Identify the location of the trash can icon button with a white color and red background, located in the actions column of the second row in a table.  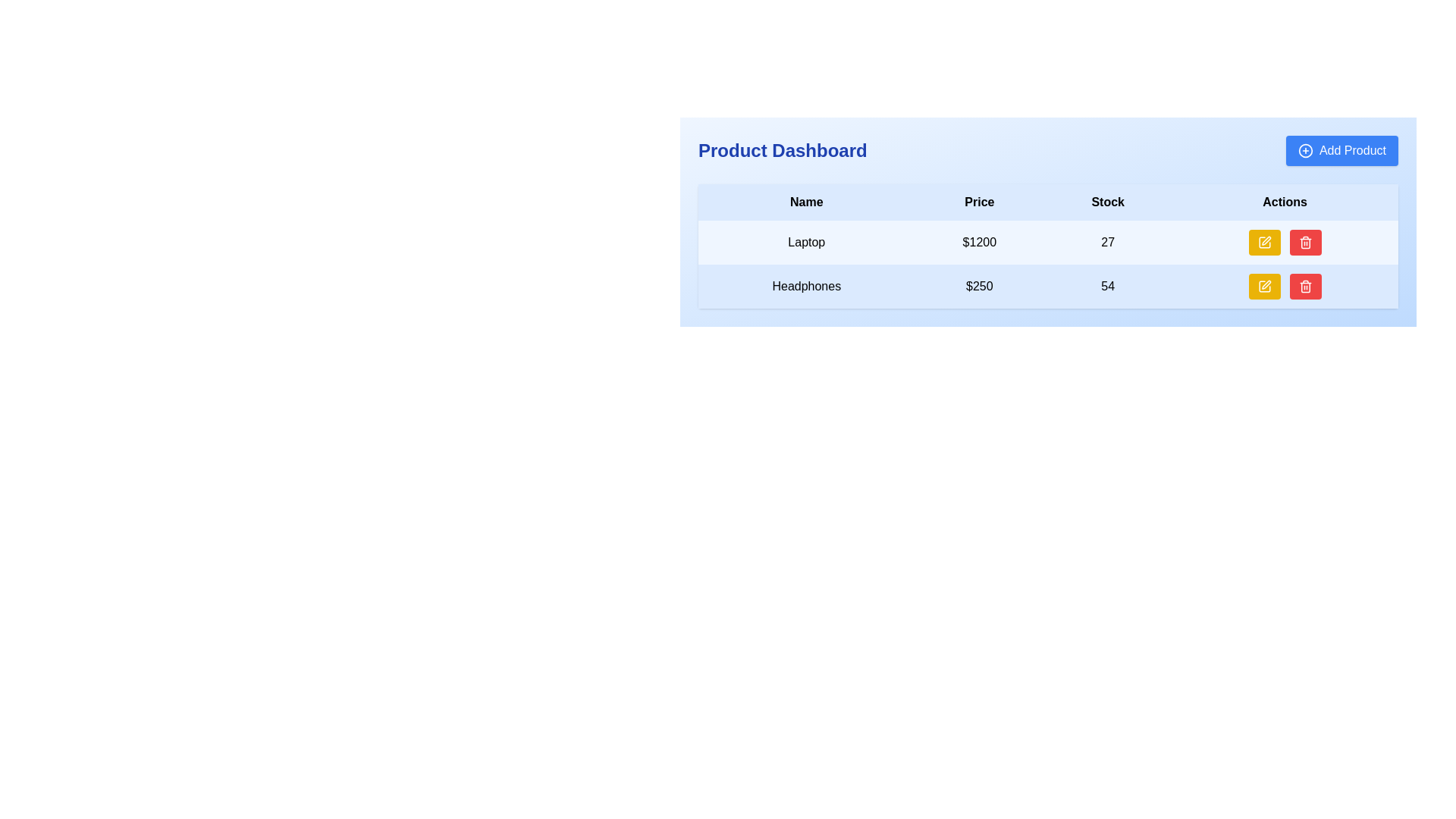
(1304, 287).